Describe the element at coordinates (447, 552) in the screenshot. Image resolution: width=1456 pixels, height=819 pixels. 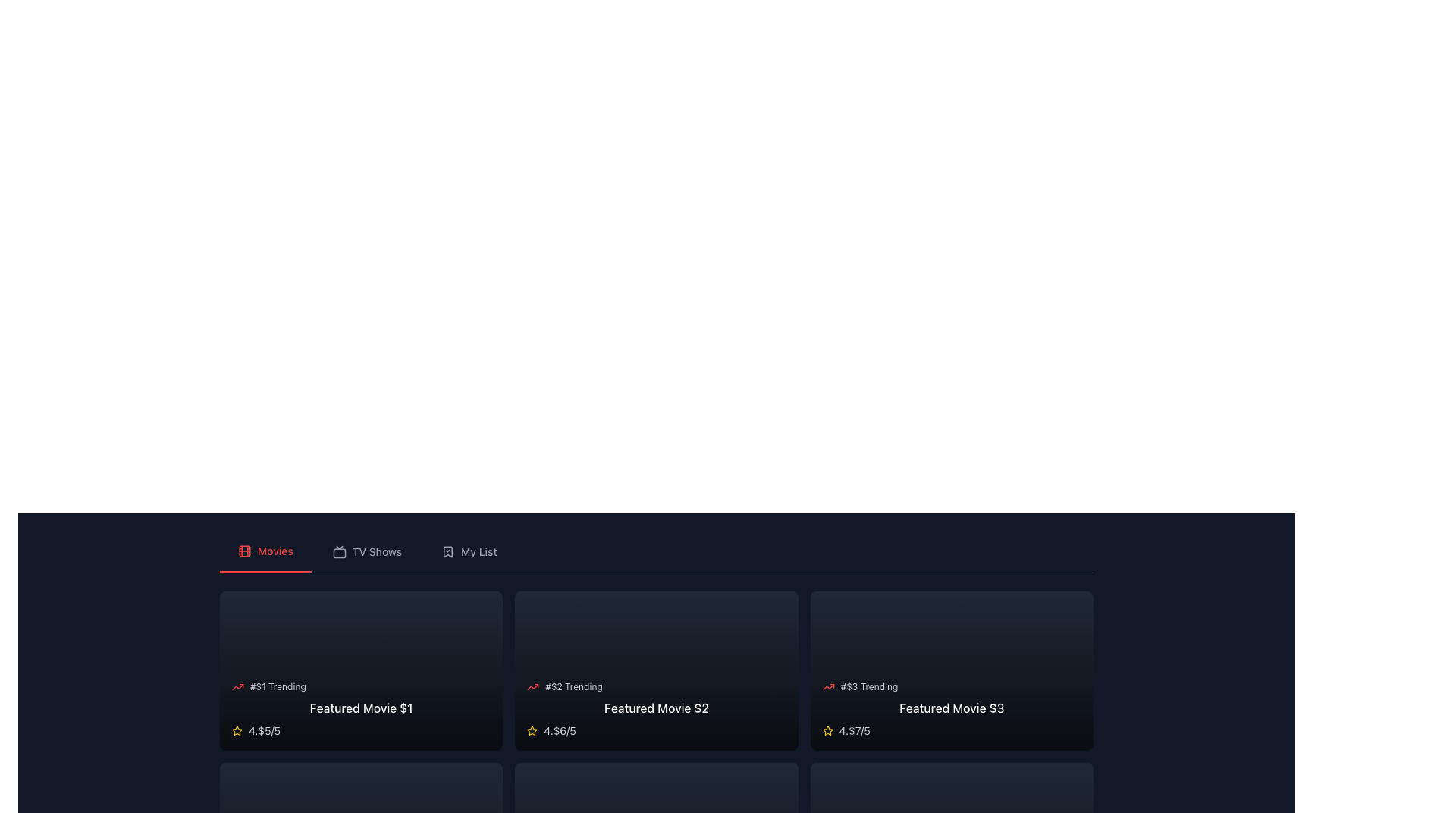
I see `the icon located to the left of the 'My List' label, which serves as an action trigger for managing a user's saved or favorite items` at that location.